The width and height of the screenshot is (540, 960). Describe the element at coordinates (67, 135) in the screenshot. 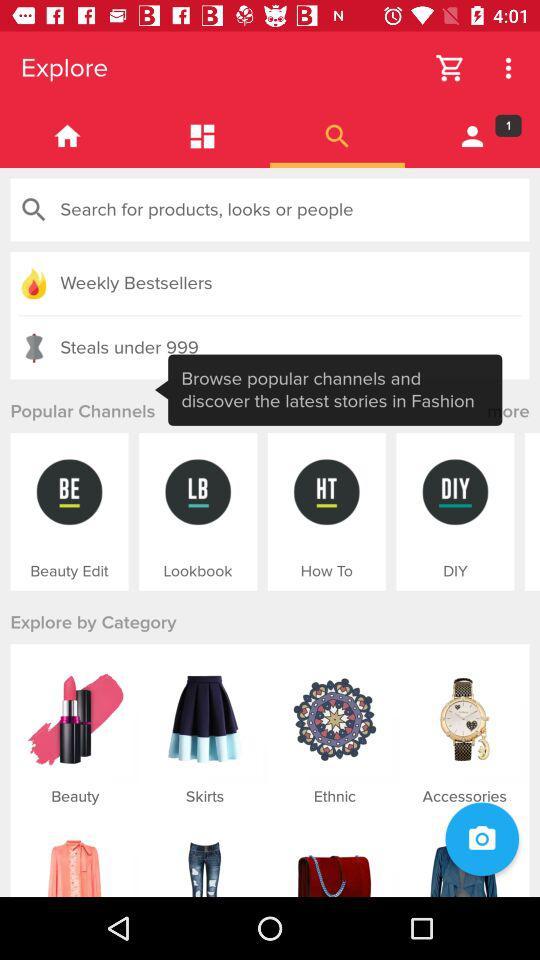

I see `go home` at that location.